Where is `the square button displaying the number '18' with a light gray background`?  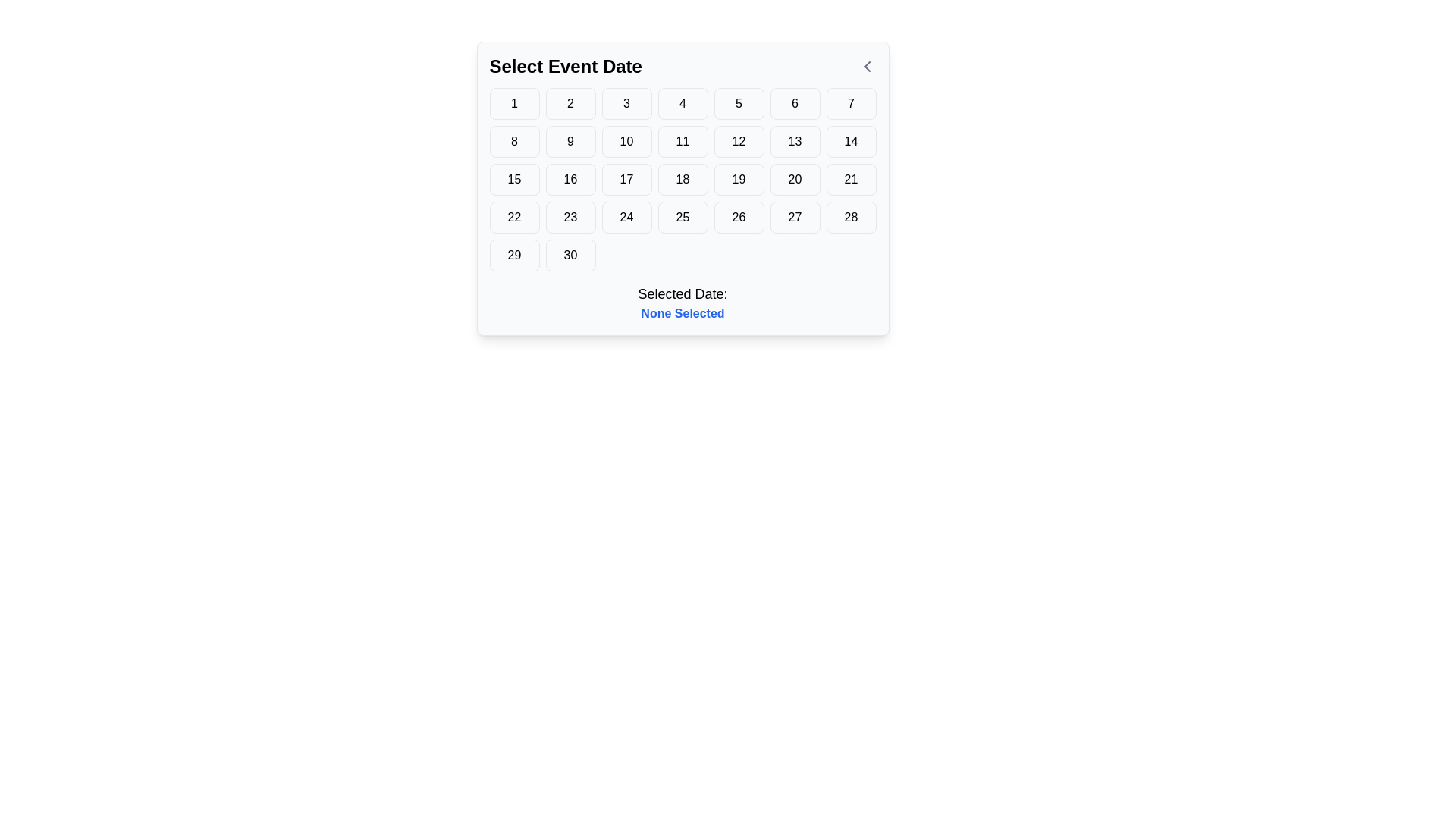
the square button displaying the number '18' with a light gray background is located at coordinates (682, 178).